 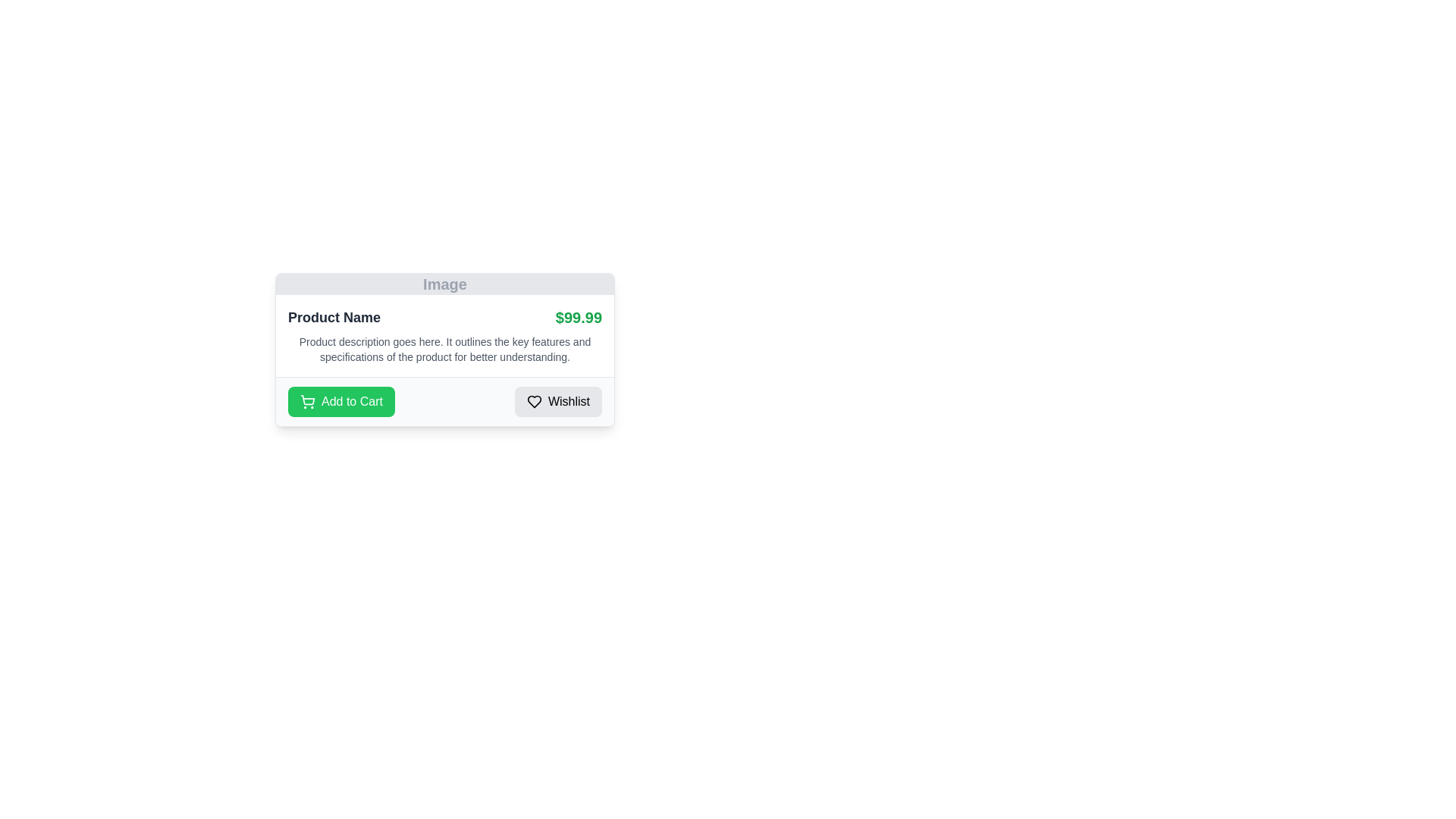 What do you see at coordinates (307, 400) in the screenshot?
I see `the shopping cart icon located on the left side of the green 'Add to Cart' button` at bounding box center [307, 400].